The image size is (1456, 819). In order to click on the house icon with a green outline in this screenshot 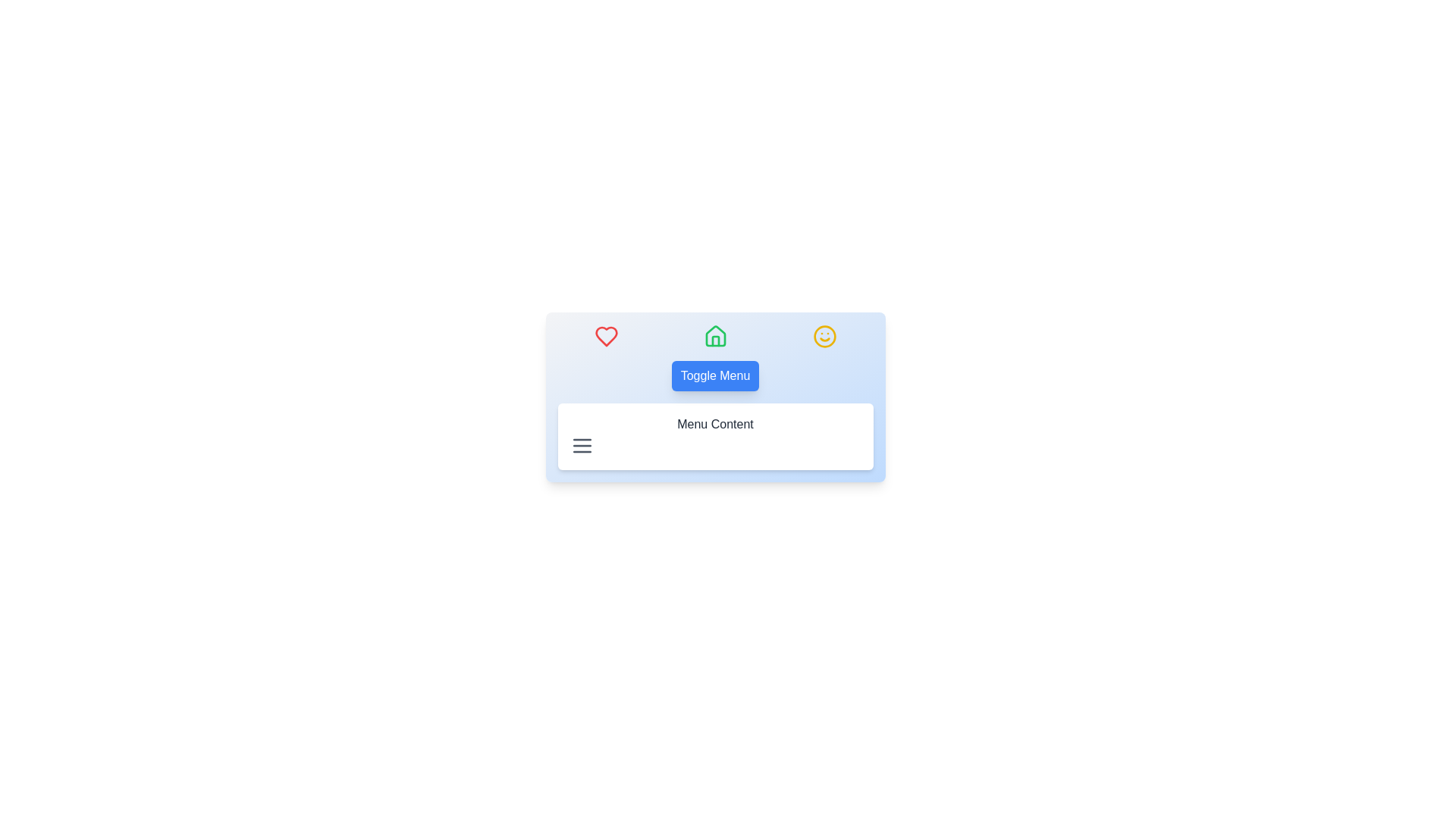, I will do `click(714, 335)`.